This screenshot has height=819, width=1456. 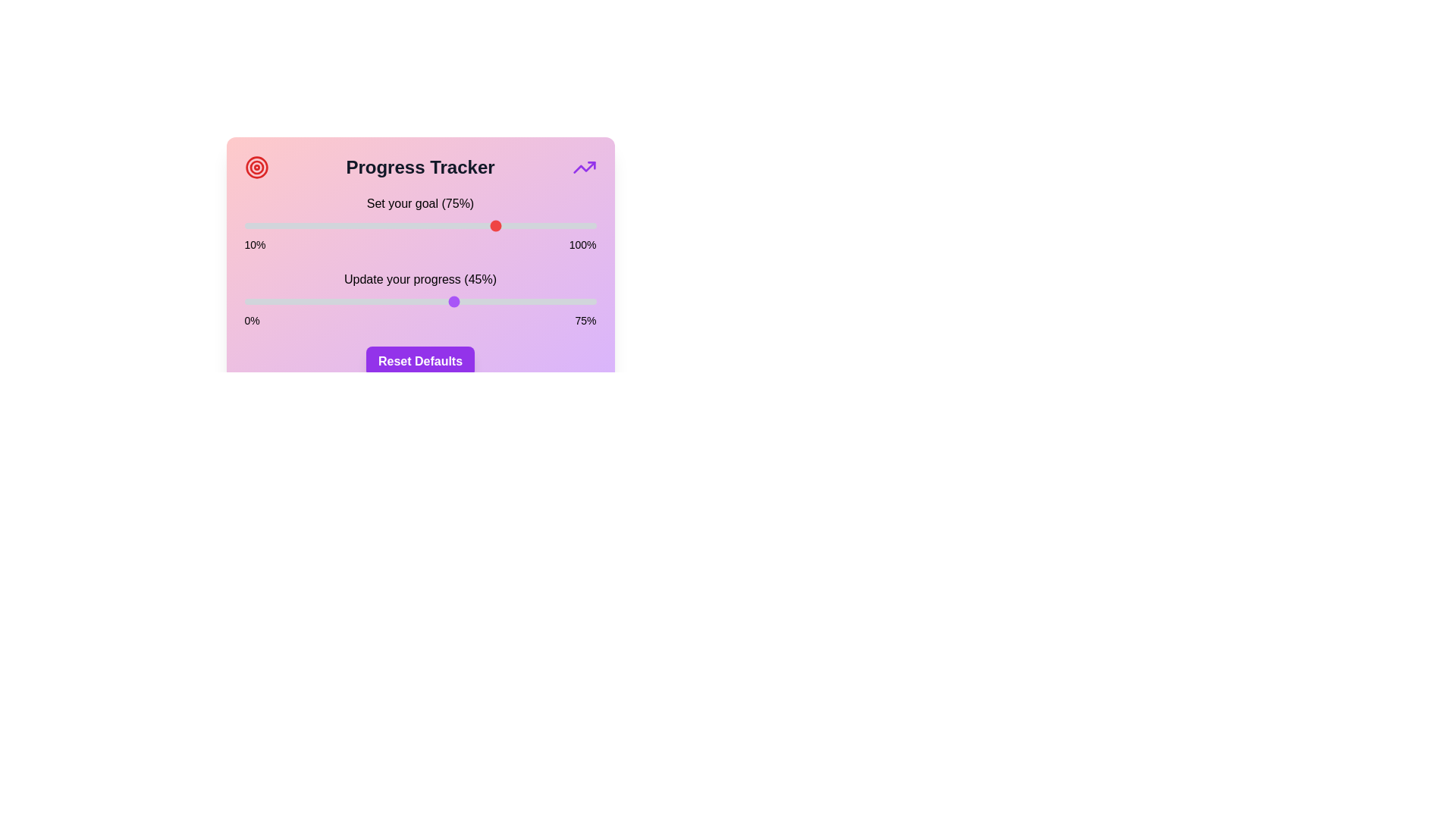 I want to click on the 'Update your progress' slider to set the progress to 11%, so click(x=296, y=301).